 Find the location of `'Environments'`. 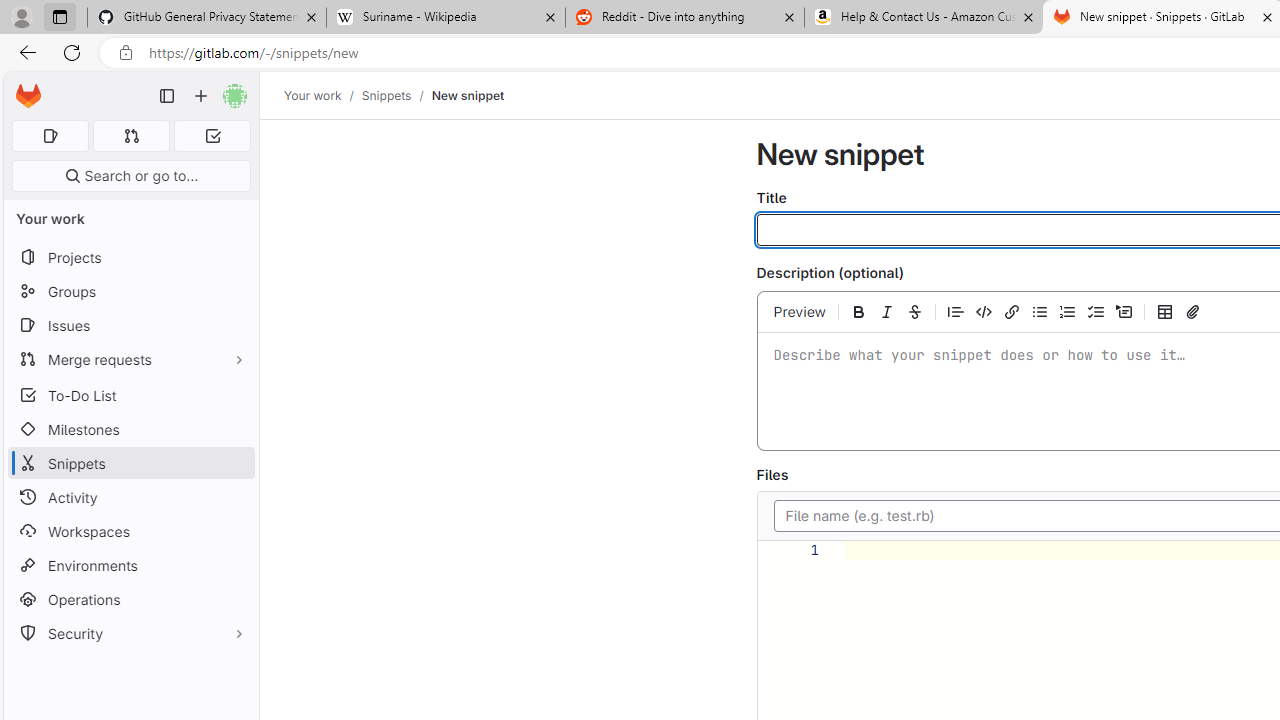

'Environments' is located at coordinates (130, 565).